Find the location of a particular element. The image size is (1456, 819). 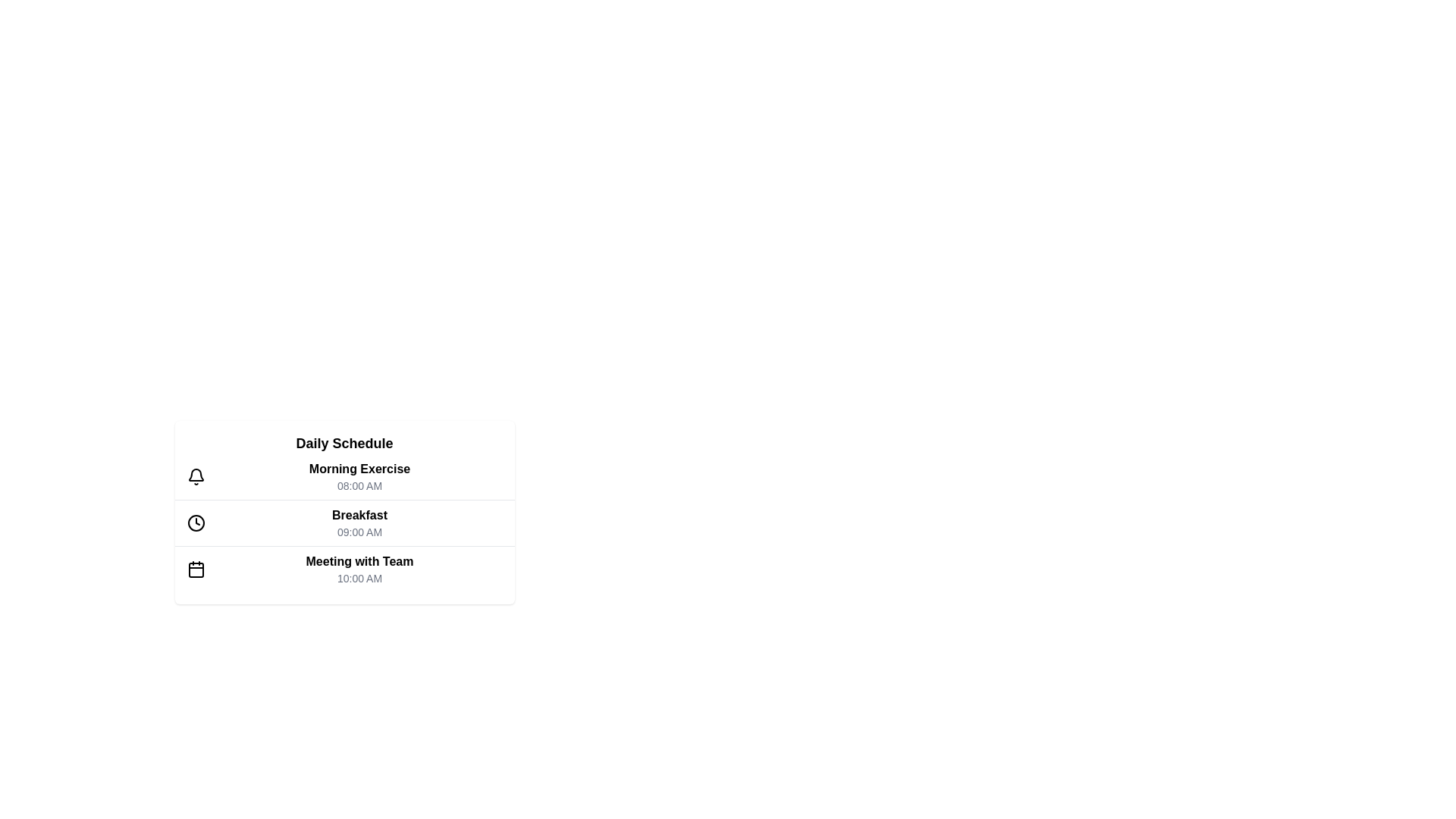

the Information Card displaying the meeting scheduled at 10:00 AM, which is located below the 'Breakfast 09:00 AM' entry in the list is located at coordinates (344, 569).